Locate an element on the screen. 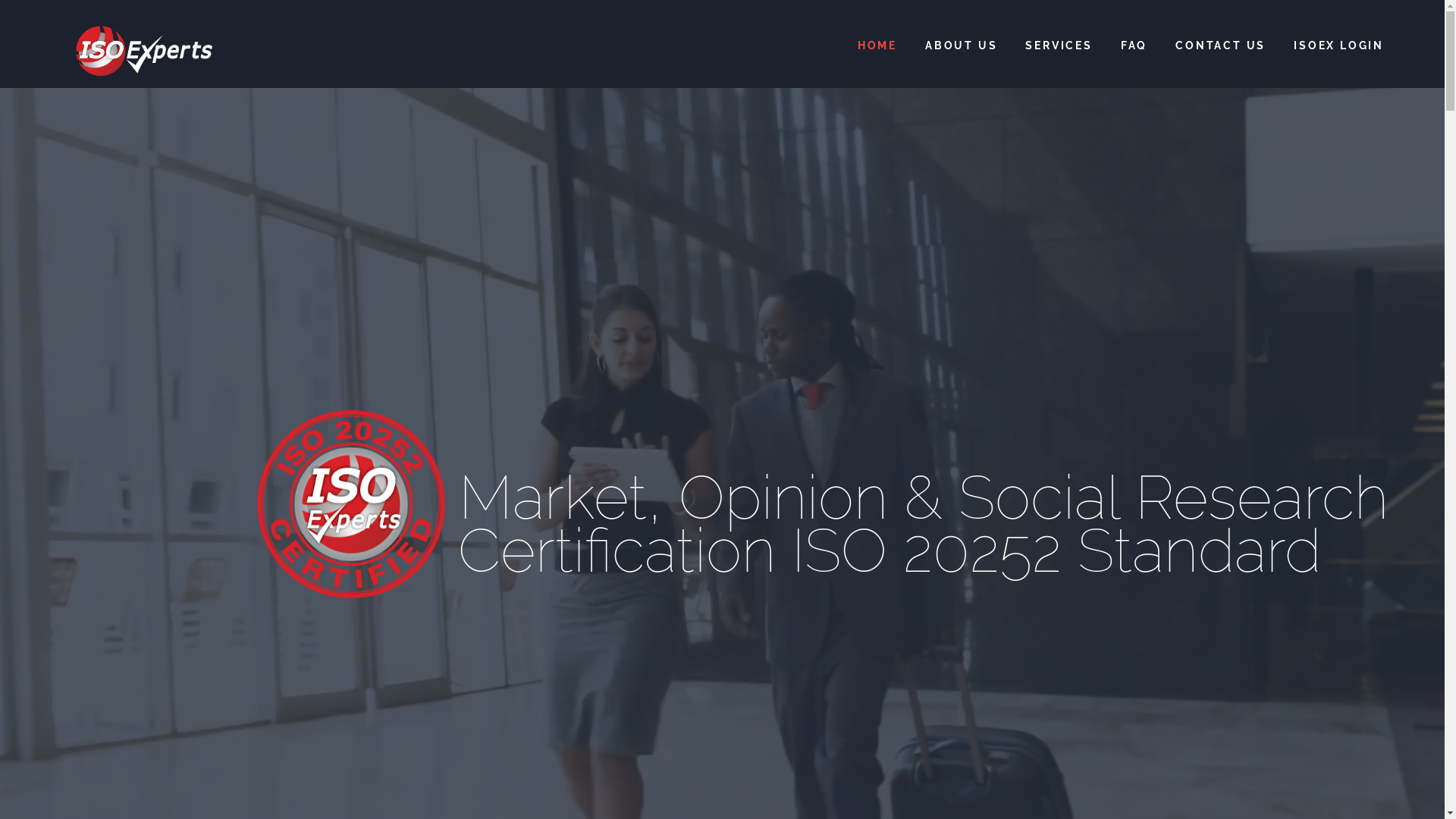 The height and width of the screenshot is (819, 1456). 'ISOEX LOGIN' is located at coordinates (1338, 45).